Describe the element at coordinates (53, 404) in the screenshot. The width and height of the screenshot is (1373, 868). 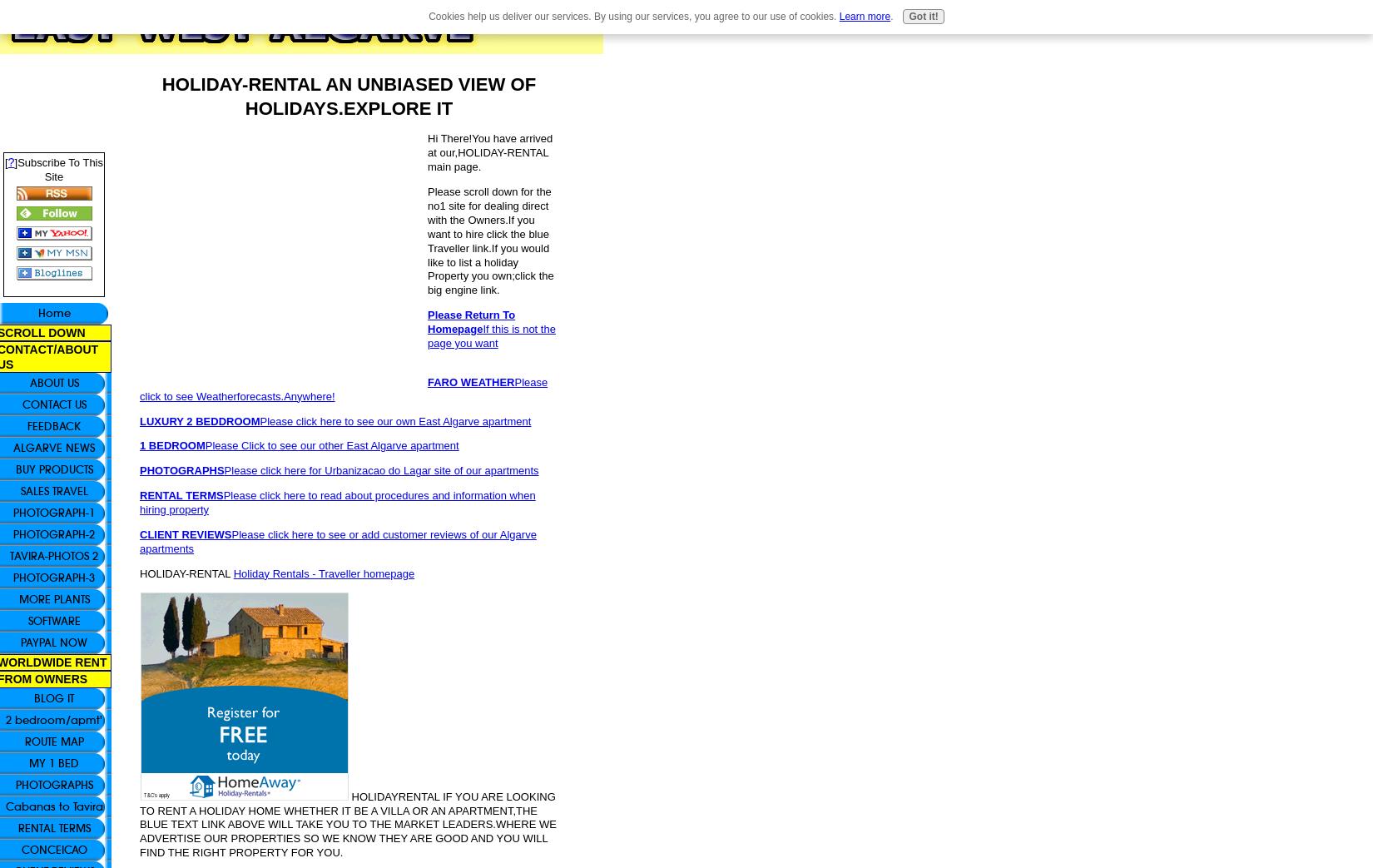
I see `'CONTACT US'` at that location.